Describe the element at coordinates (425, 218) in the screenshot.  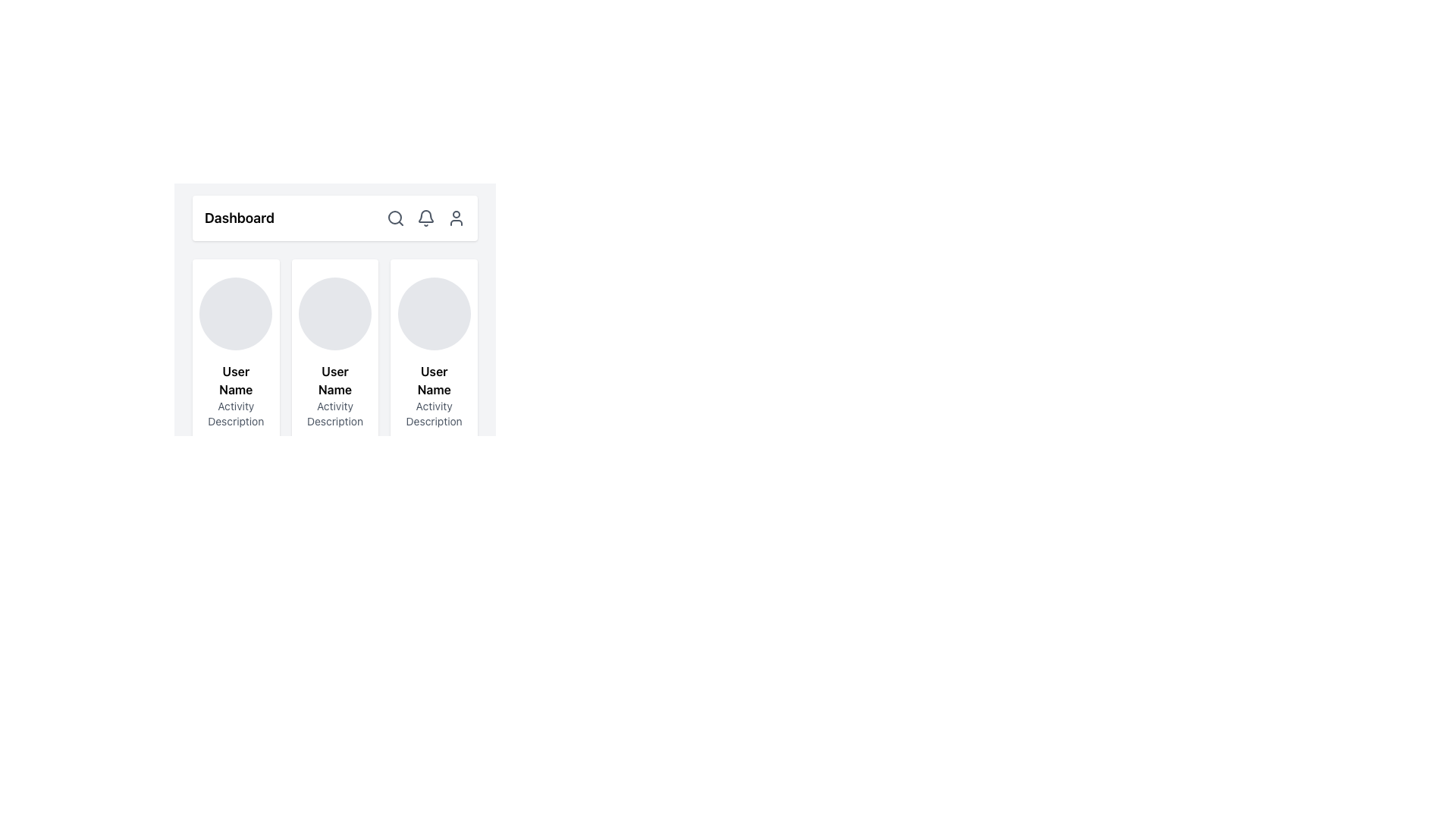
I see `the bell icon button located in the top-right navigation bar` at that location.